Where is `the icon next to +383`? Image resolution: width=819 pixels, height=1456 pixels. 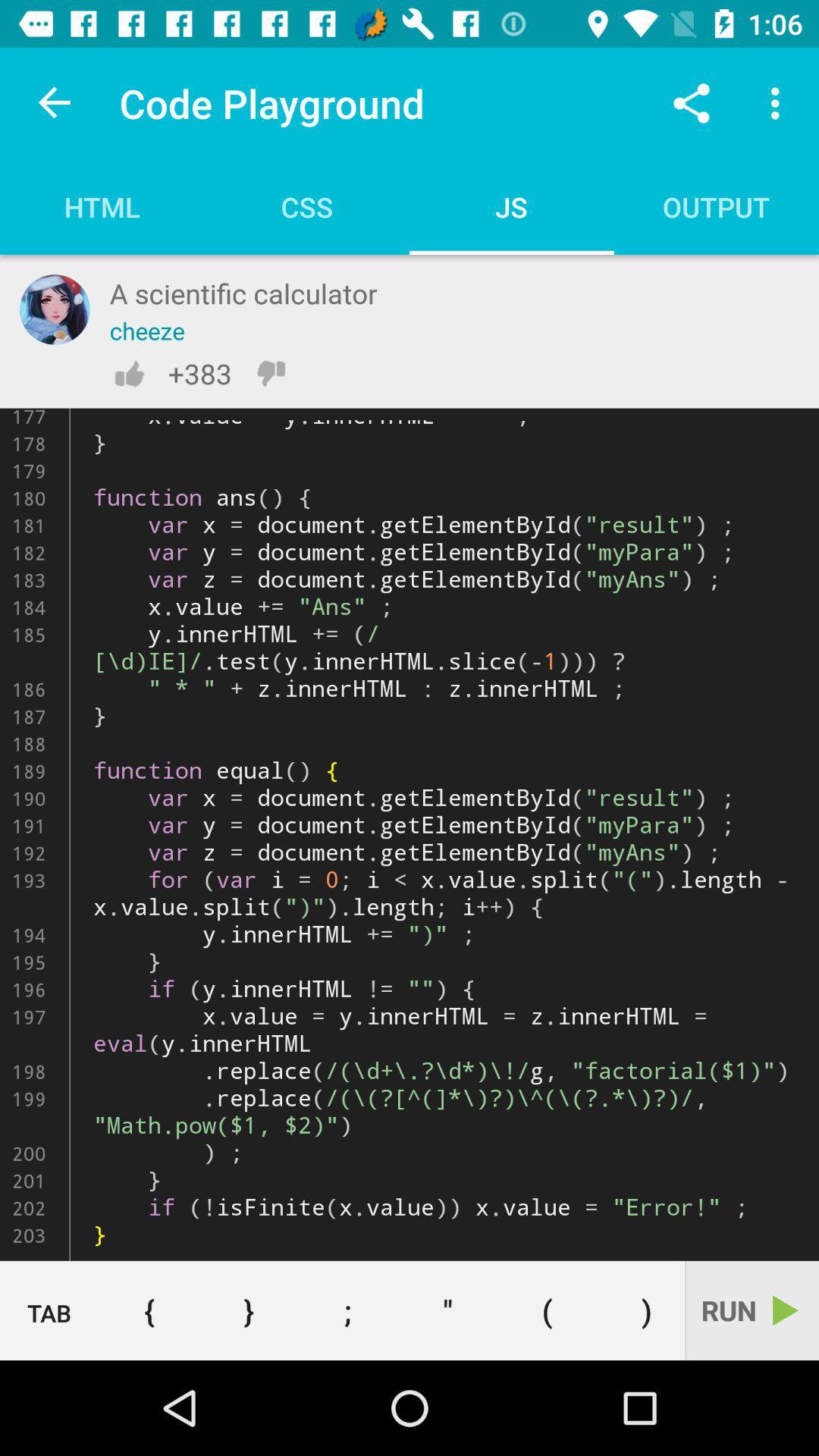
the icon next to +383 is located at coordinates (270, 373).